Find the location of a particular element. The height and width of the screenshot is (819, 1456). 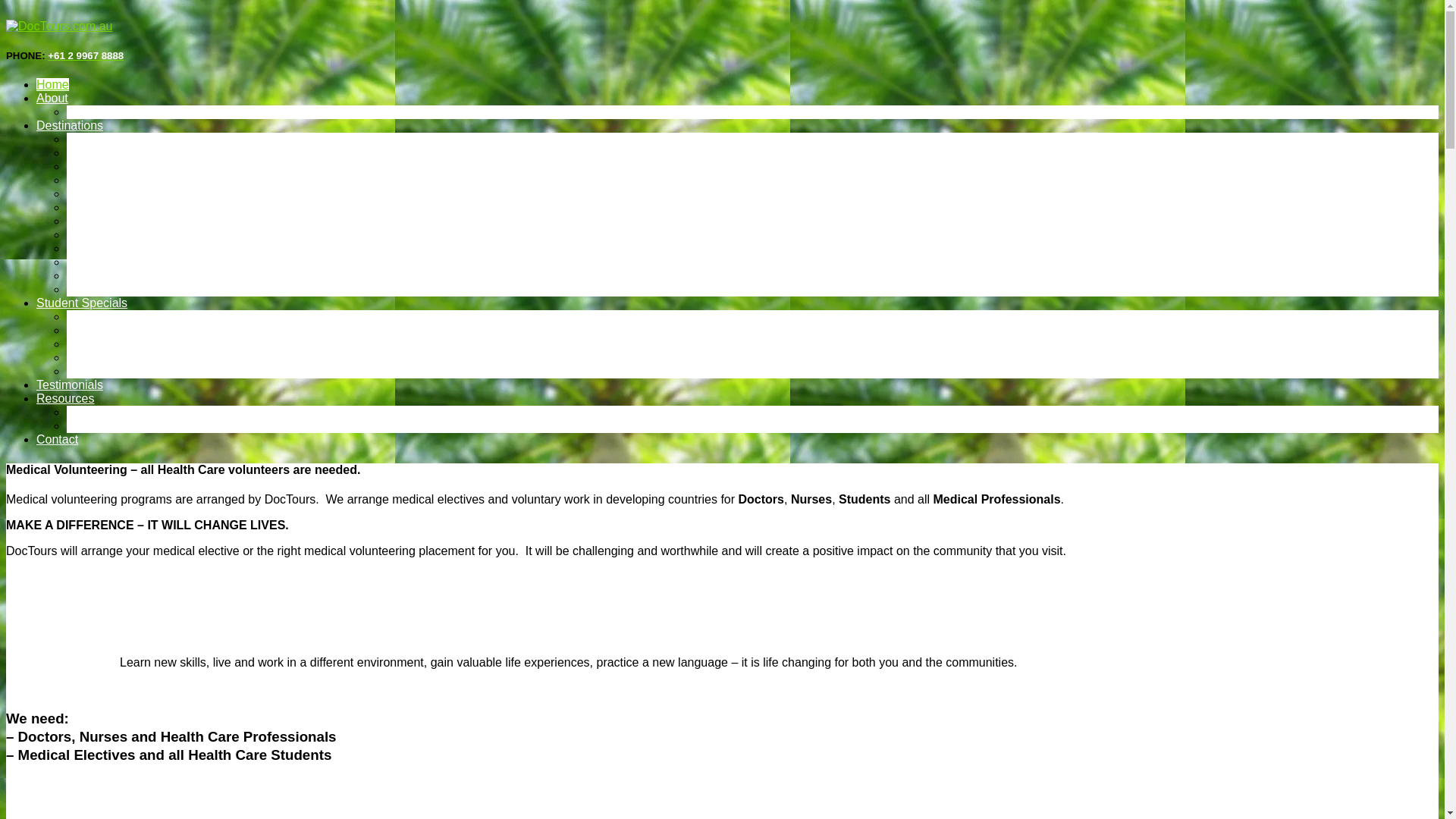

'Student Specials' is located at coordinates (80, 303).